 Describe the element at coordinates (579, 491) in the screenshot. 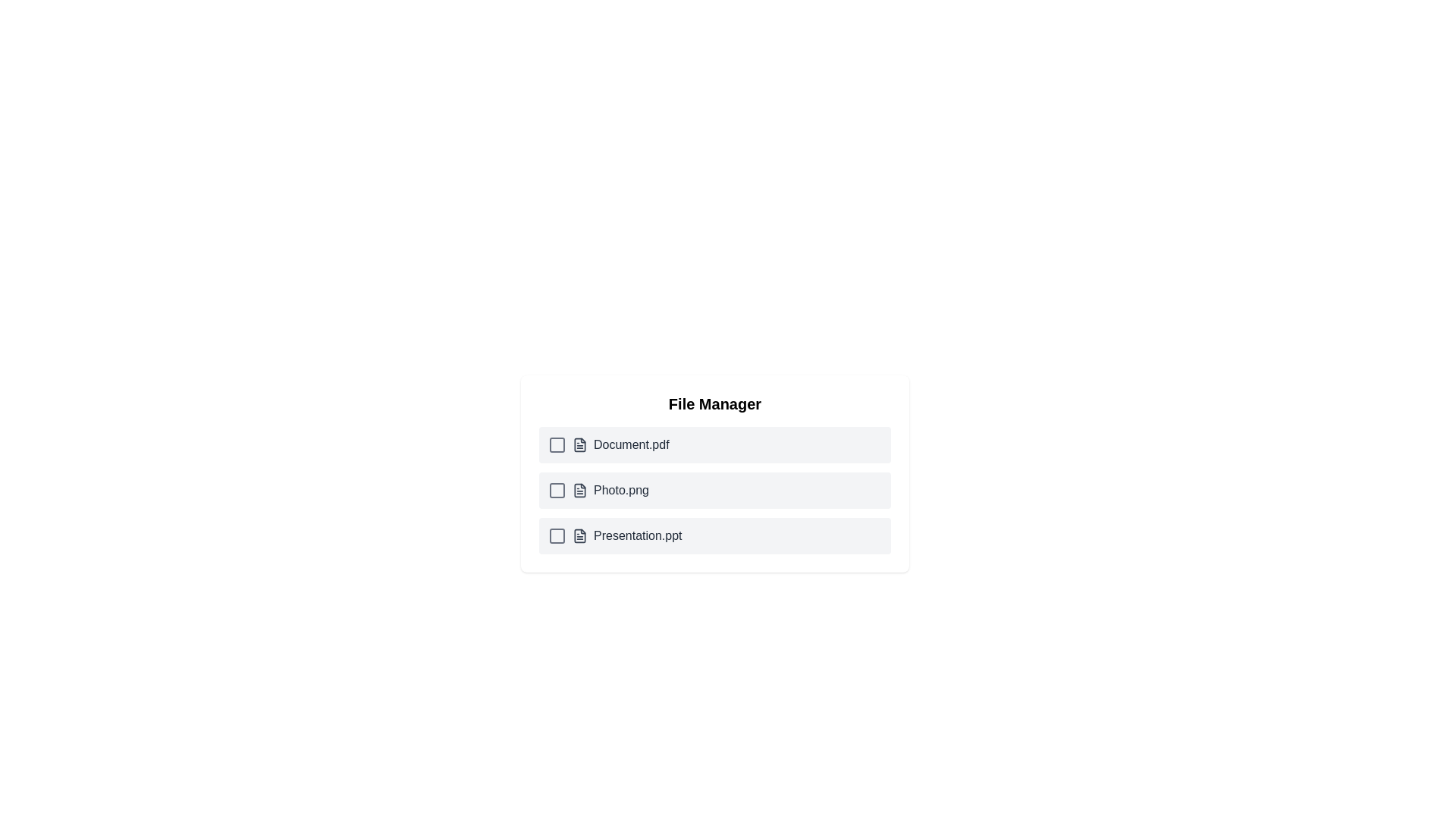

I see `the file icon representing 'Photo.png' located` at that location.